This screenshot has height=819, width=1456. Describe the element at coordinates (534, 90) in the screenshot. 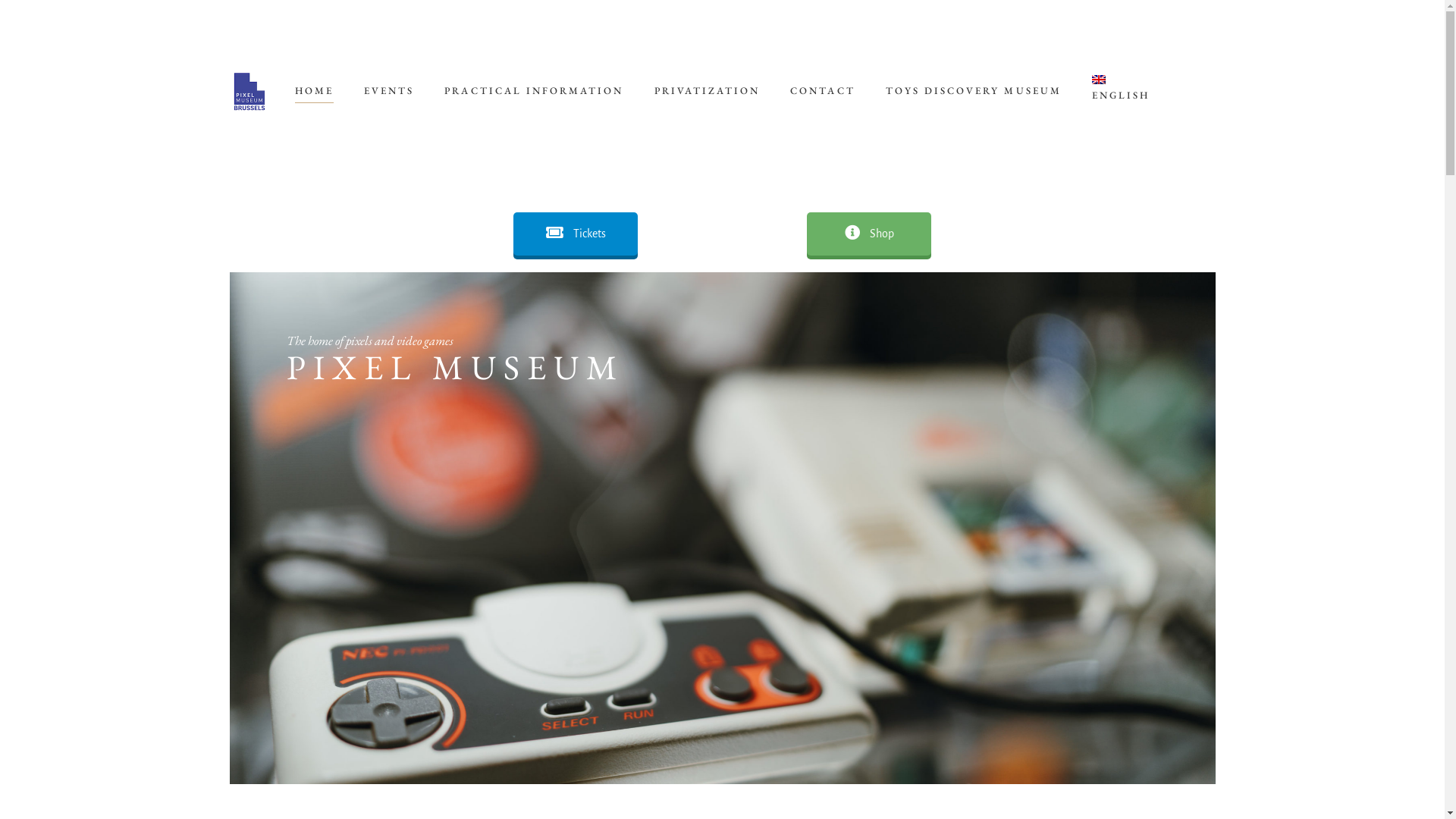

I see `'PRACTICAL INFORMATION'` at that location.